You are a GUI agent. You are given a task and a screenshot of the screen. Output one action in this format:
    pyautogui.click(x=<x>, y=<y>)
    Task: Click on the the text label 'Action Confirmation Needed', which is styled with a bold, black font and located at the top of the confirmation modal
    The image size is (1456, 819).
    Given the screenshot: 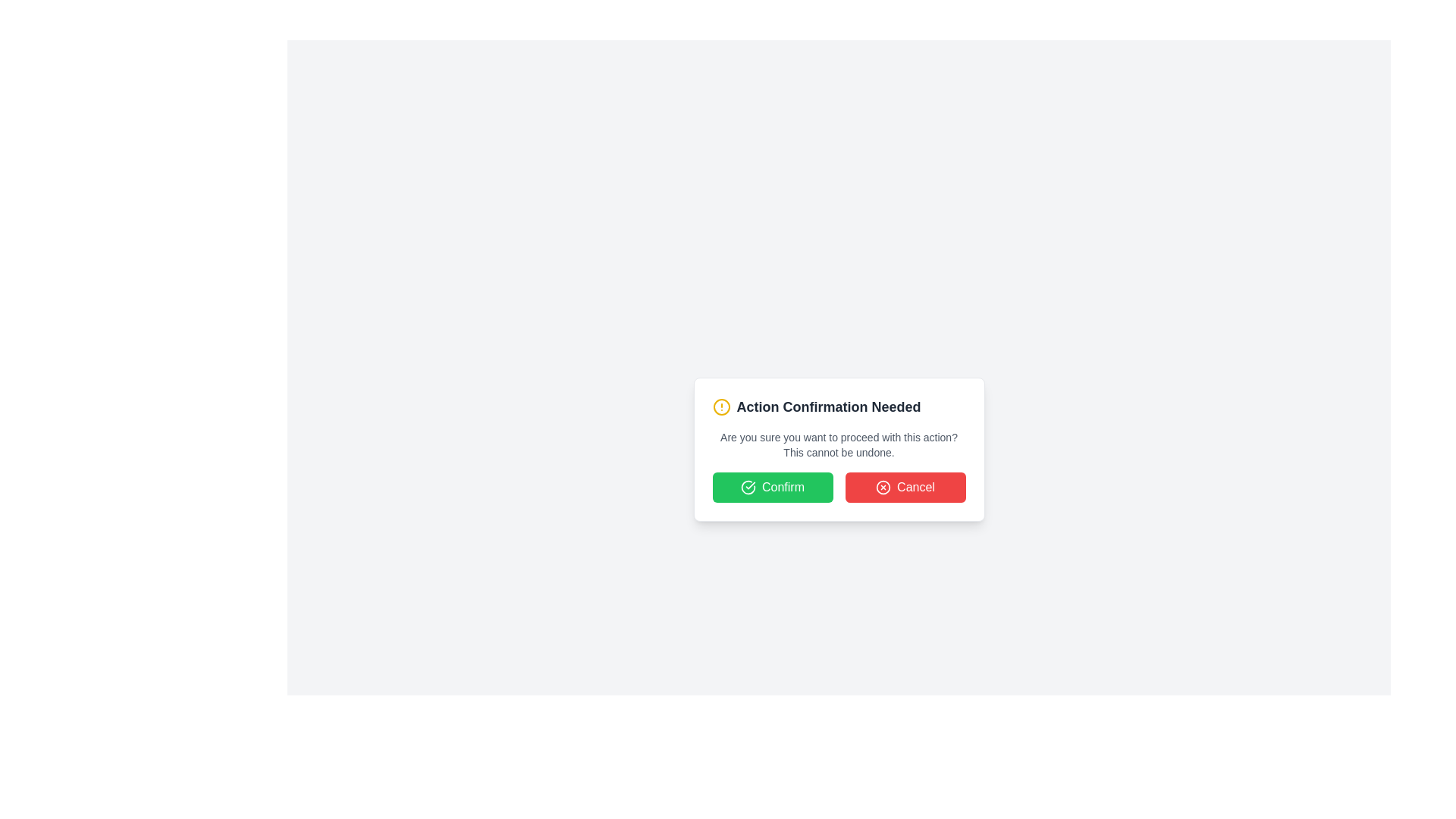 What is the action you would take?
    pyautogui.click(x=838, y=406)
    